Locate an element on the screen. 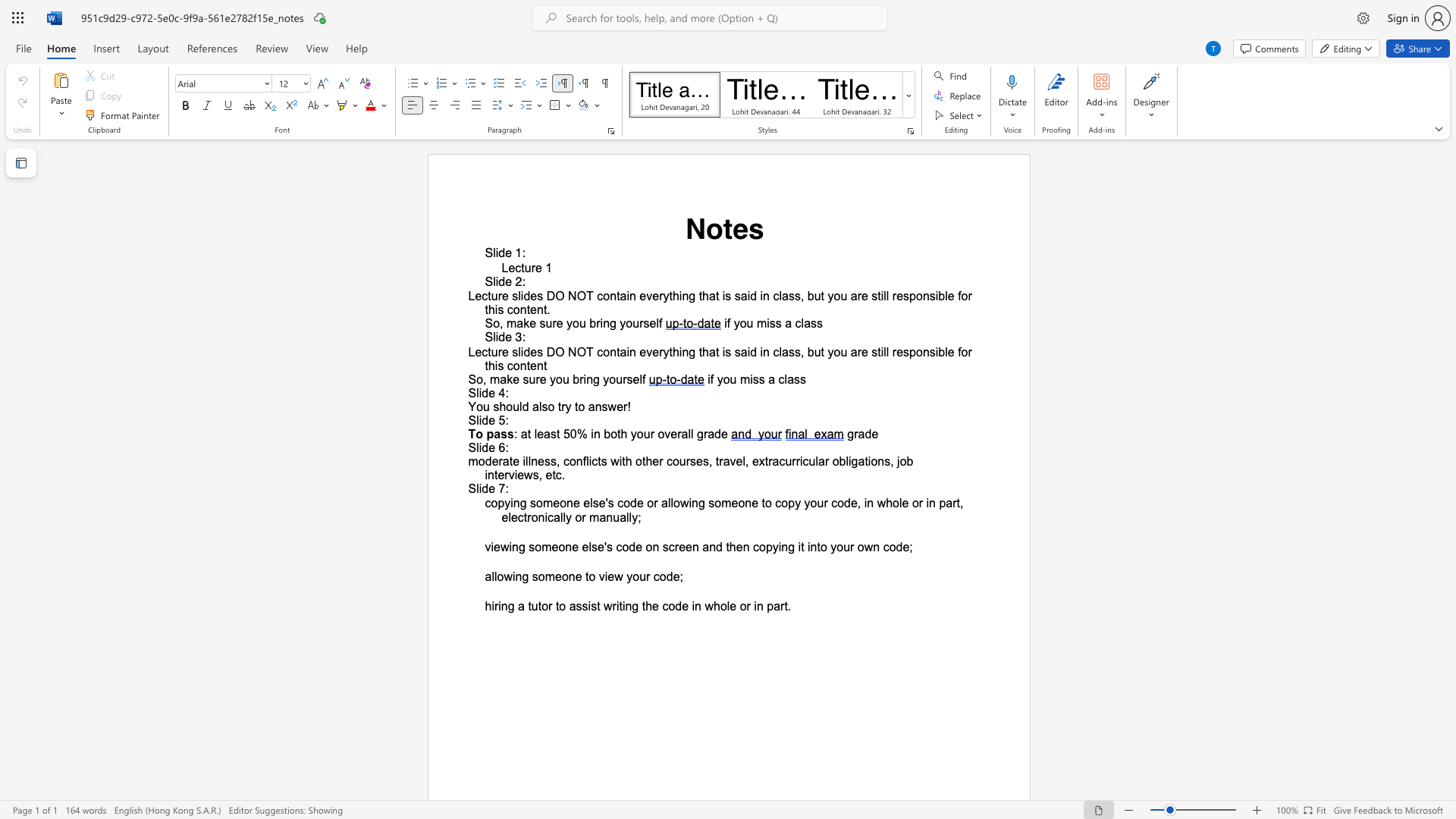 Image resolution: width=1456 pixels, height=819 pixels. the space between the continuous character "d" and "e" in the text is located at coordinates (720, 434).